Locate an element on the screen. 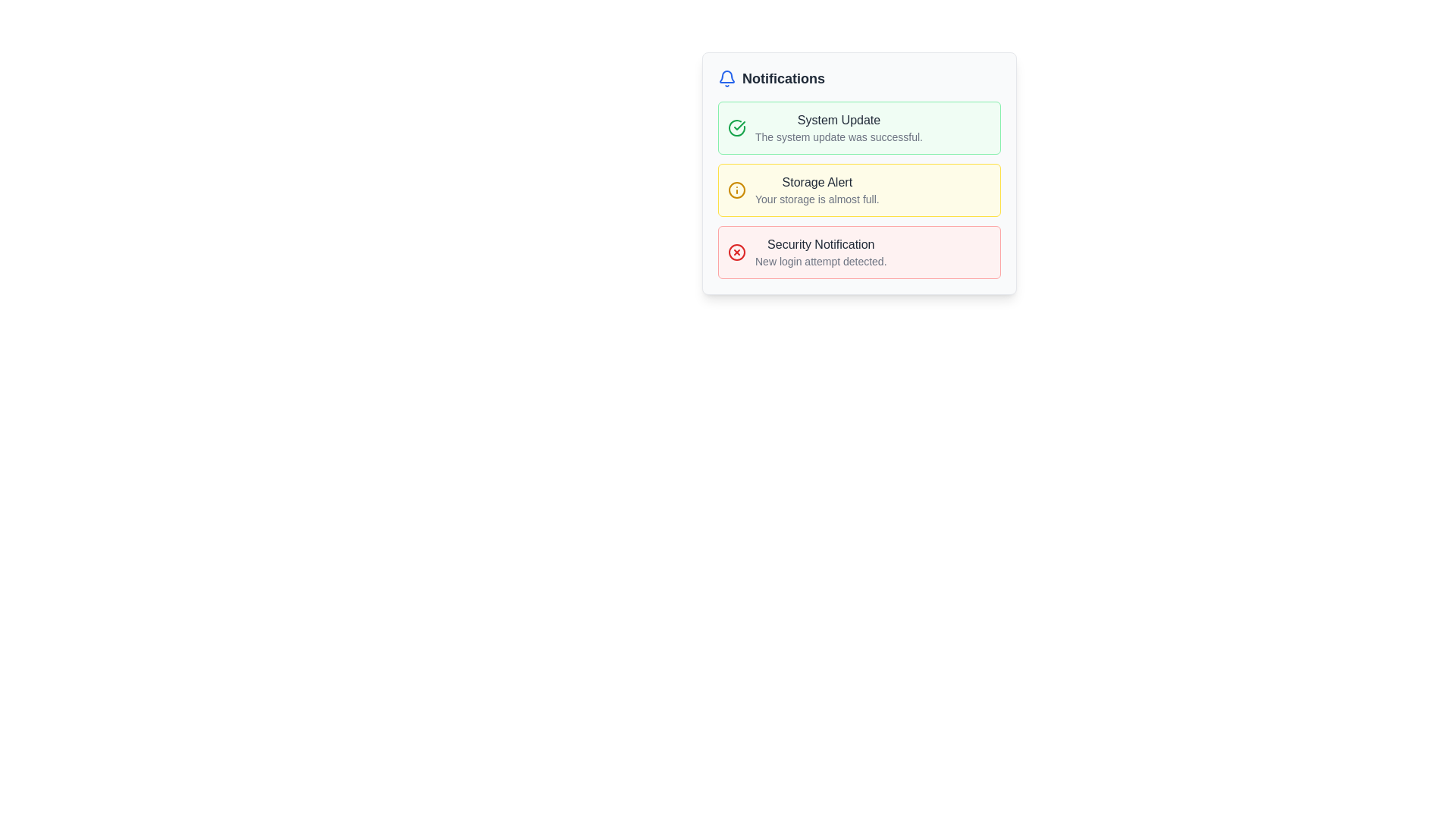 Image resolution: width=1456 pixels, height=819 pixels. the second notification item in the notification panel, which has a yellow background and contains the text 'Storage Alert' and 'Your storage is almost full.' is located at coordinates (859, 189).